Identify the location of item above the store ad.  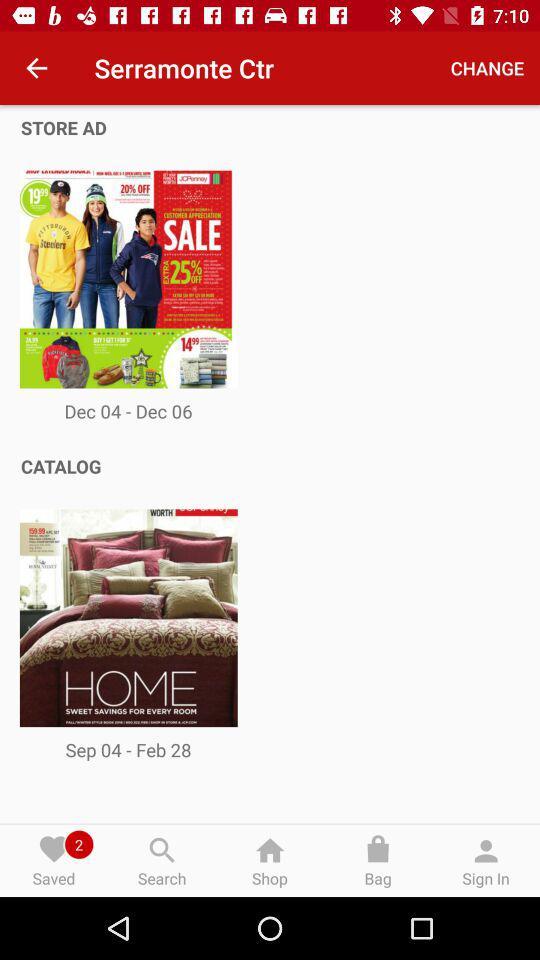
(36, 68).